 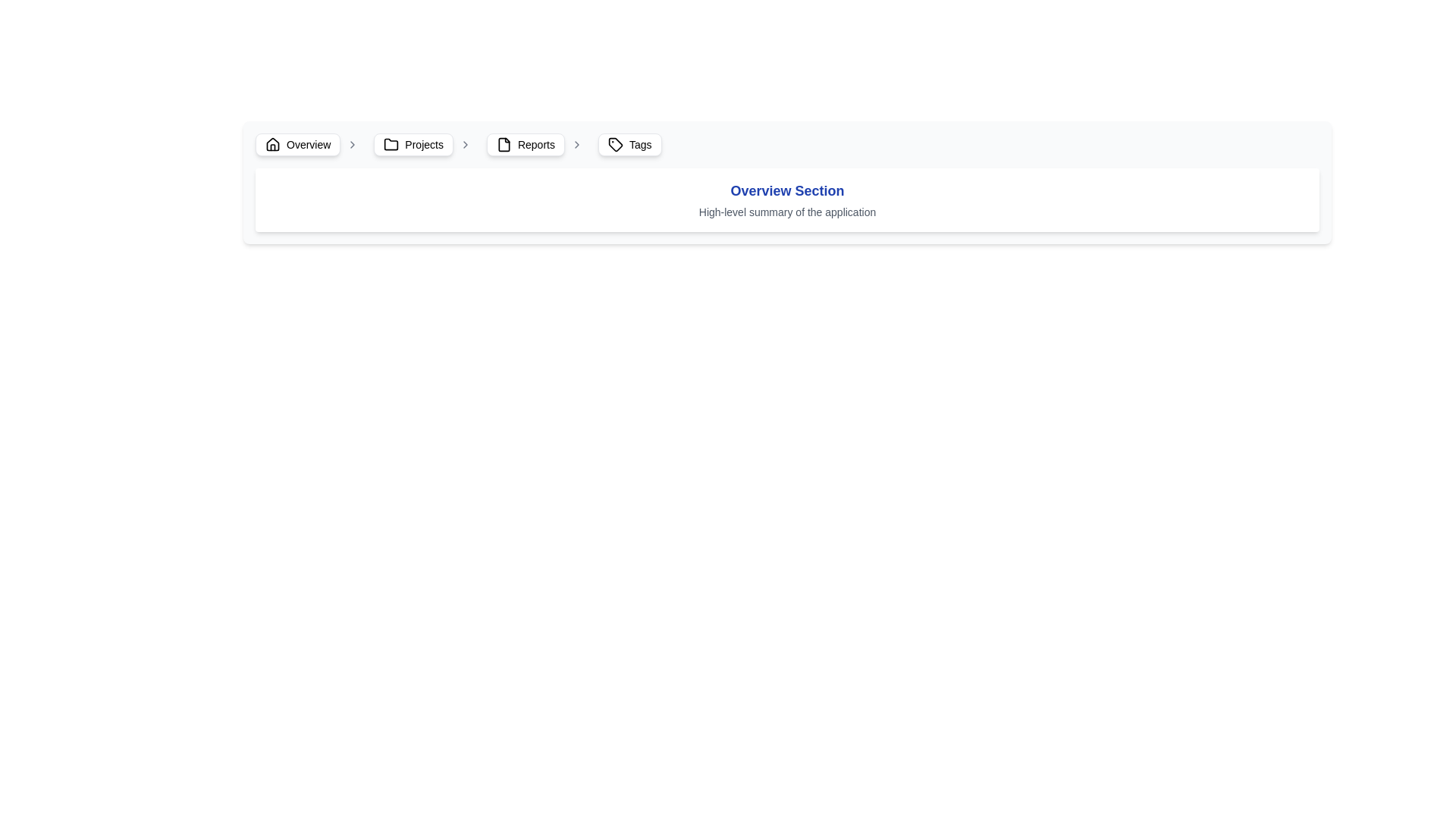 What do you see at coordinates (536, 145) in the screenshot?
I see `text content of the 'Reports' label, which is the fourth item in the breadcrumb navigation bar` at bounding box center [536, 145].